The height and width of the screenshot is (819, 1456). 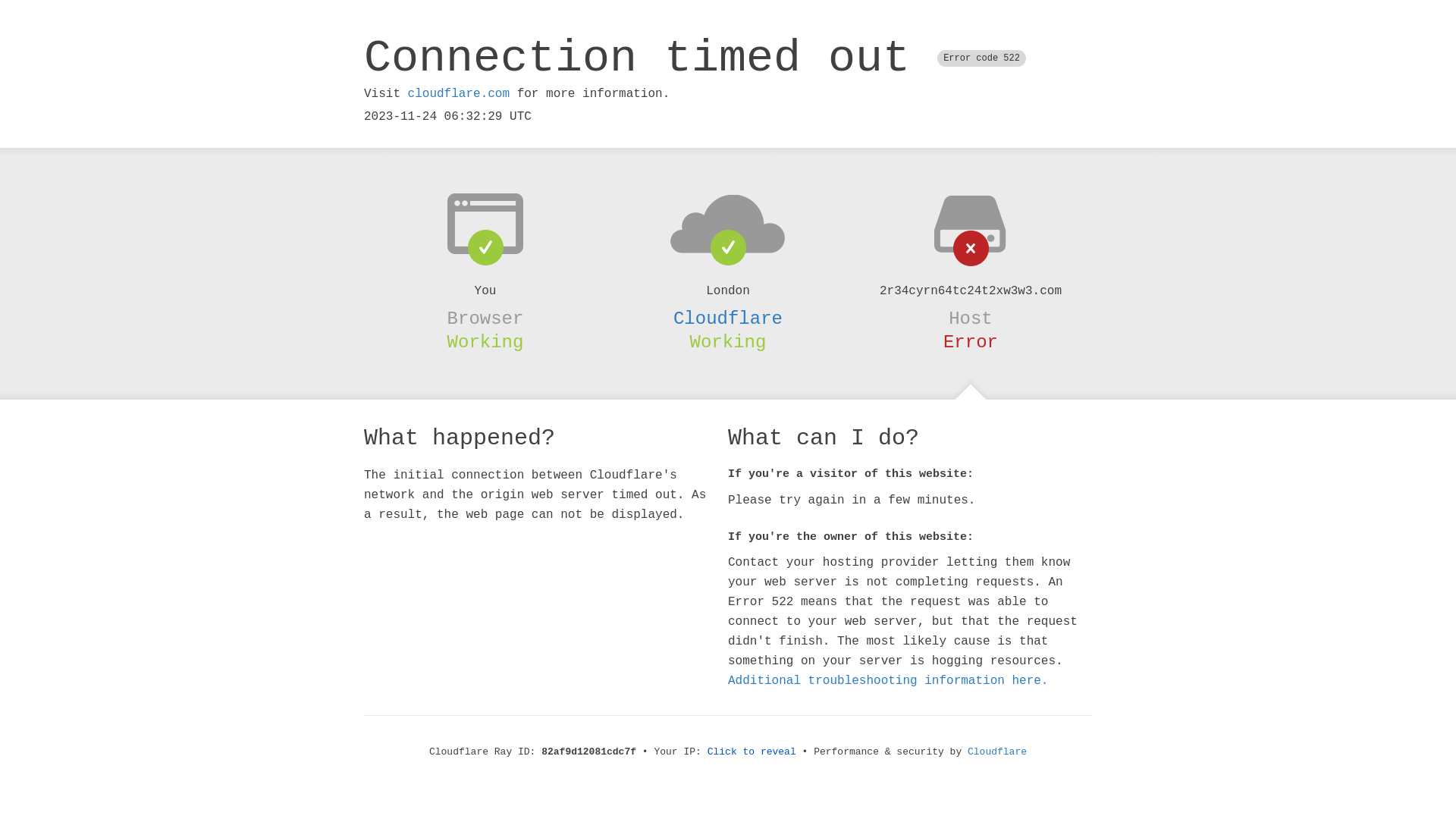 I want to click on 'cloudflare.com', so click(x=457, y=93).